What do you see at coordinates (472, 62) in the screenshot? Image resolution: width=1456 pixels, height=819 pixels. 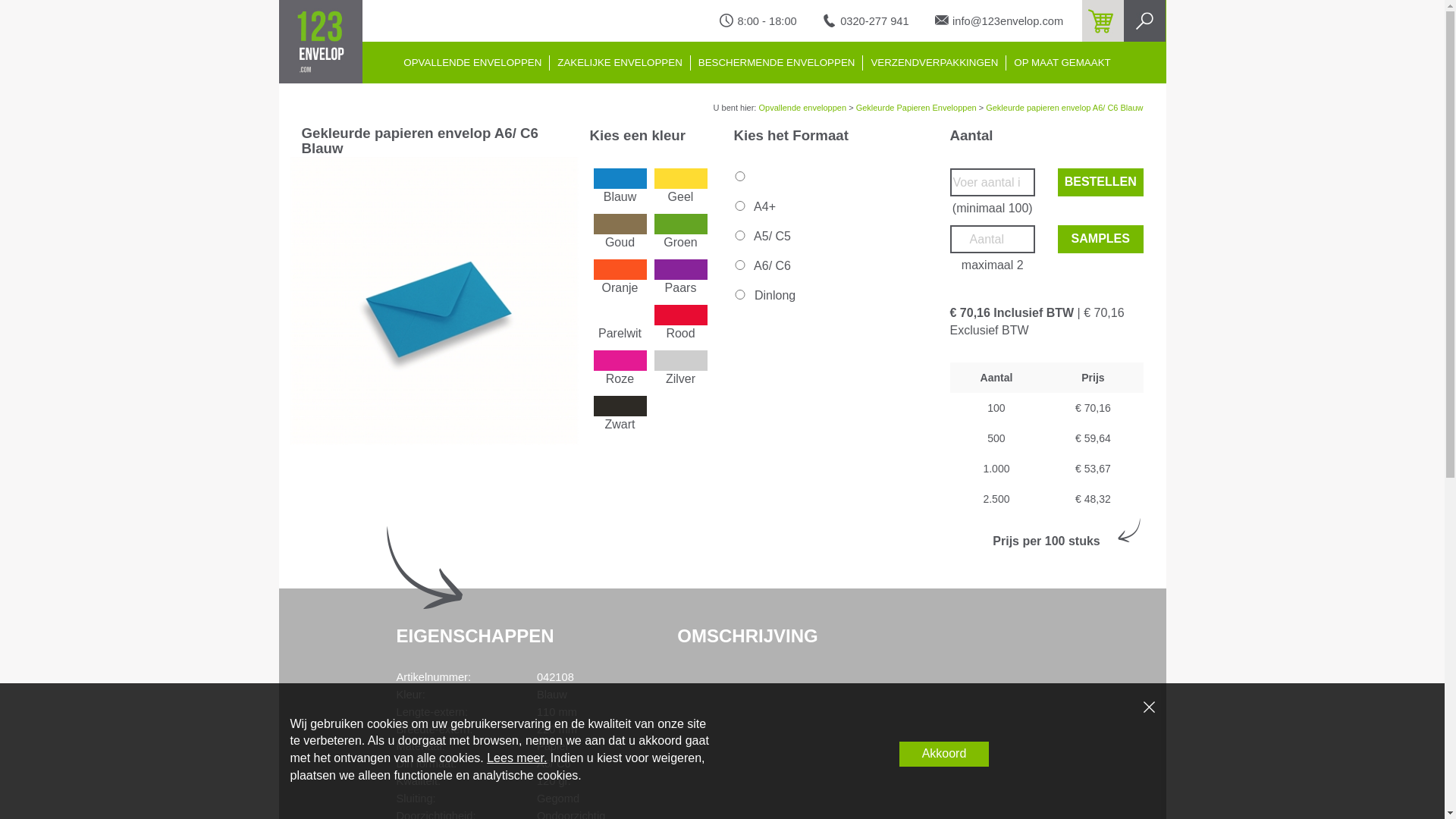 I see `'OPVALLENDE ENVELOPPEN'` at bounding box center [472, 62].